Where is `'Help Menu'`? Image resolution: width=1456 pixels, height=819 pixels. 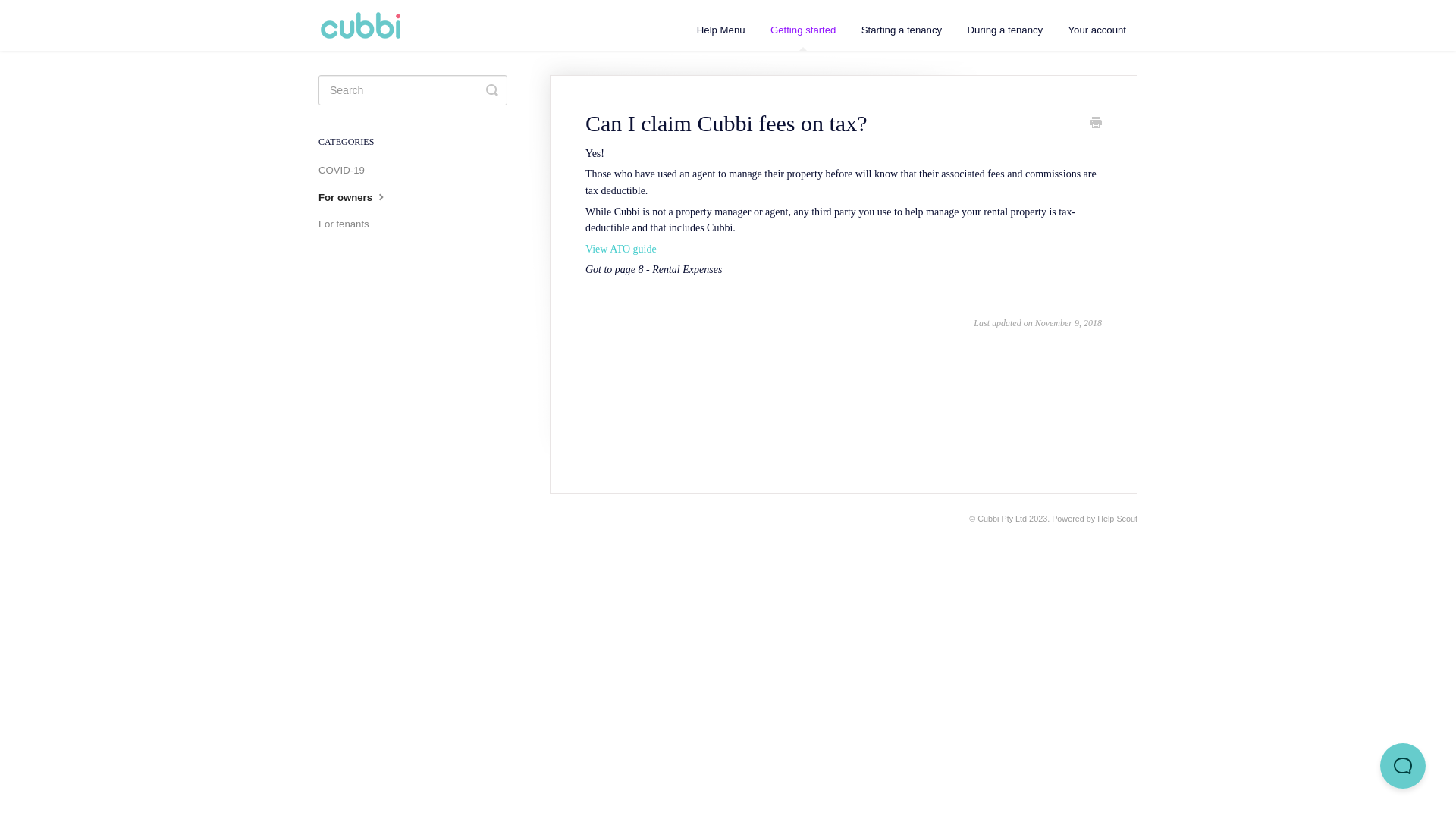 'Help Menu' is located at coordinates (684, 30).